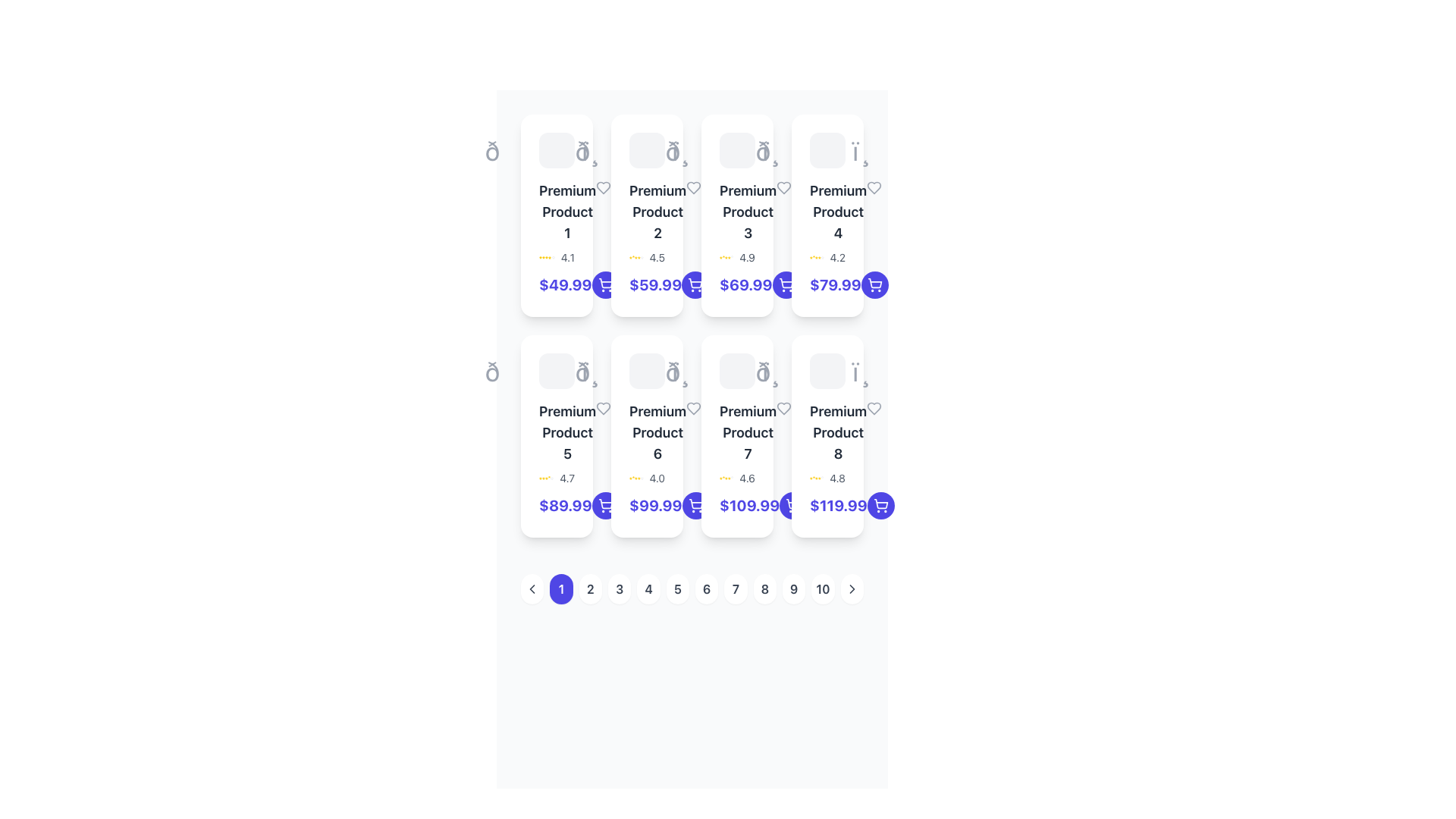 The height and width of the screenshot is (819, 1456). I want to click on price value displayed in the bold indigo text label indicating the price of the product within the 'Premium Product 5' card, so click(556, 506).